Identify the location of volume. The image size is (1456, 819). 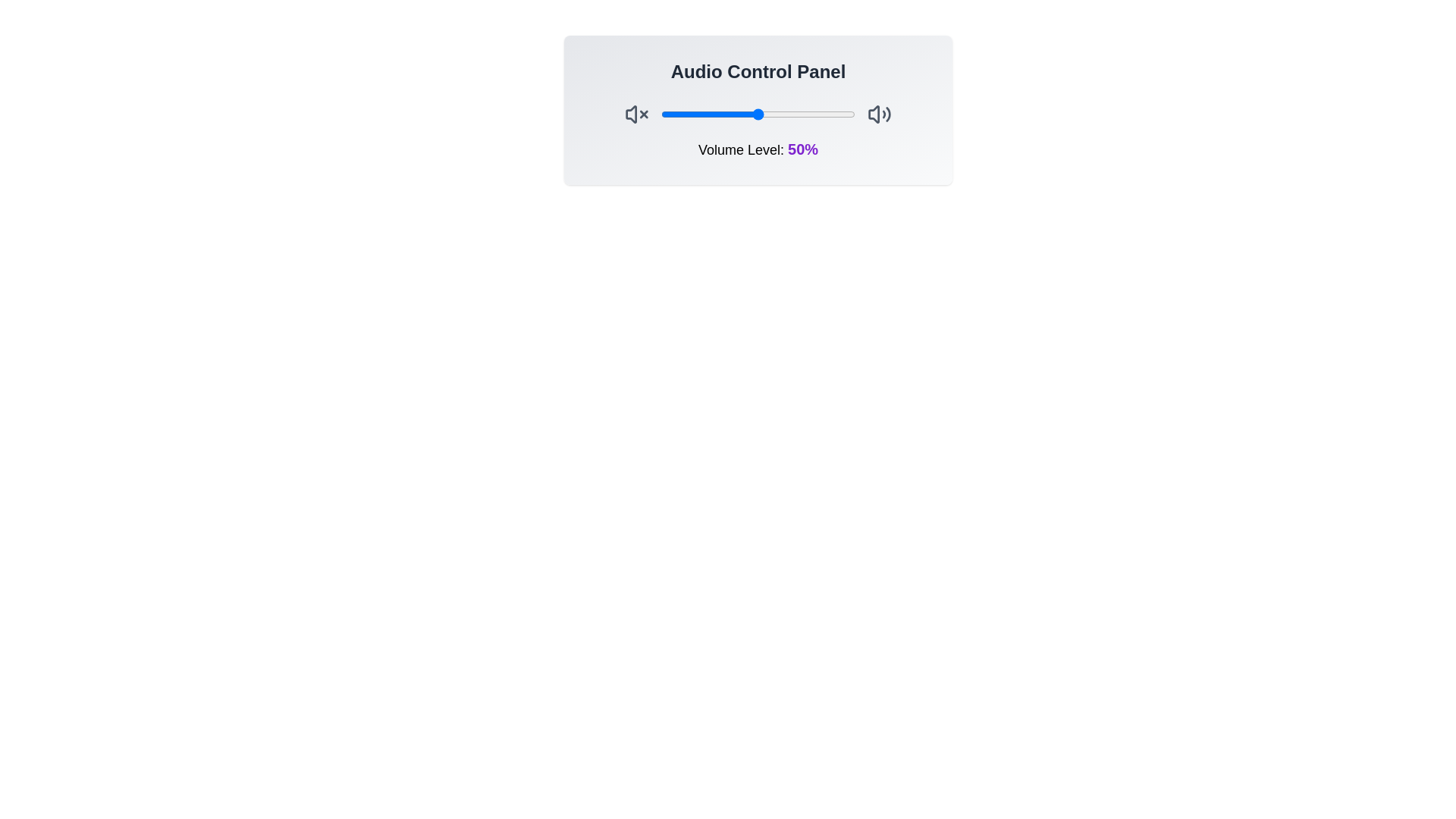
(754, 113).